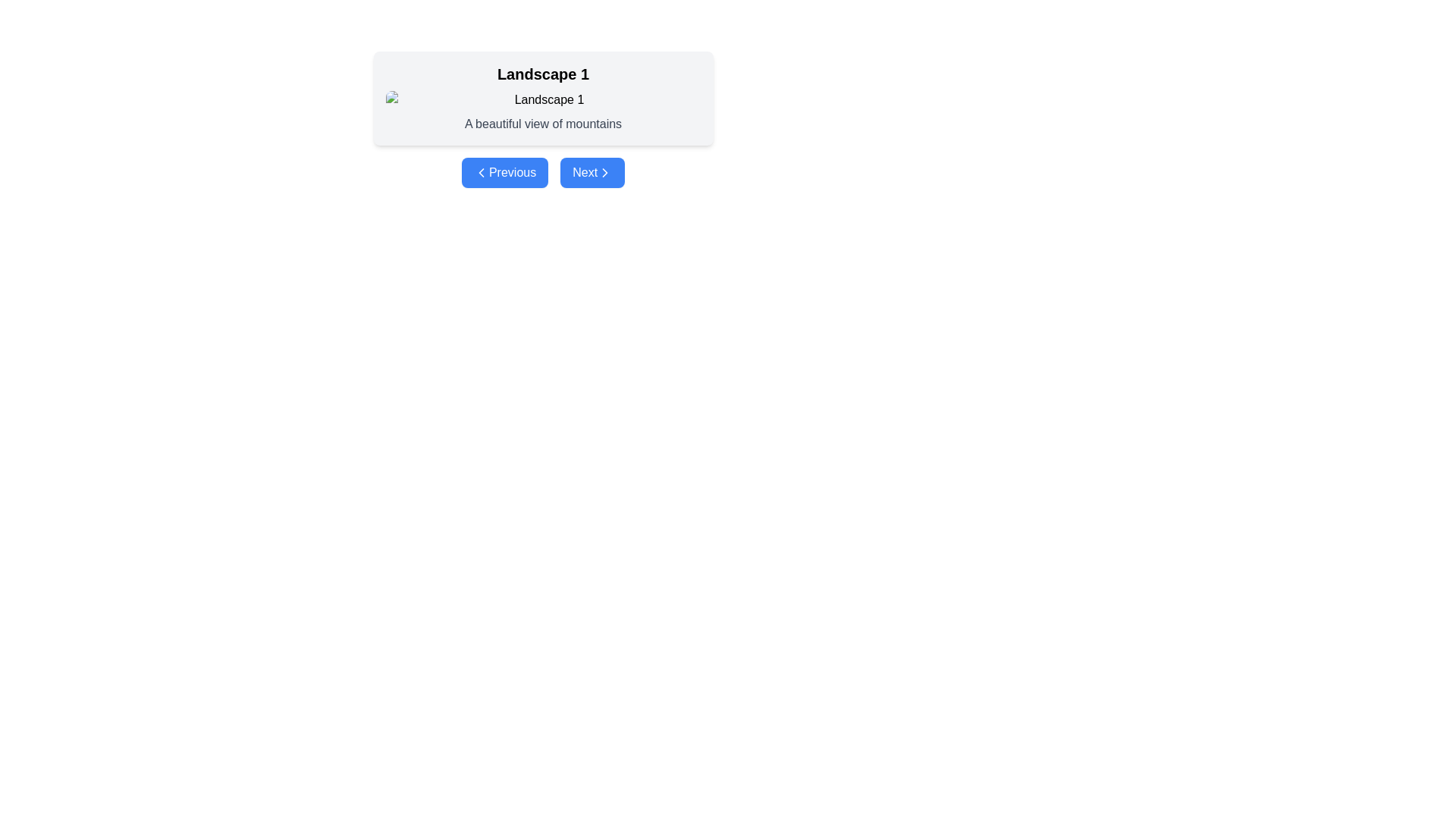  Describe the element at coordinates (543, 99) in the screenshot. I see `the image placeholder with rounded corners, located below the heading 'Landscape 1' and above the text 'A beautiful view of mountains'` at that location.